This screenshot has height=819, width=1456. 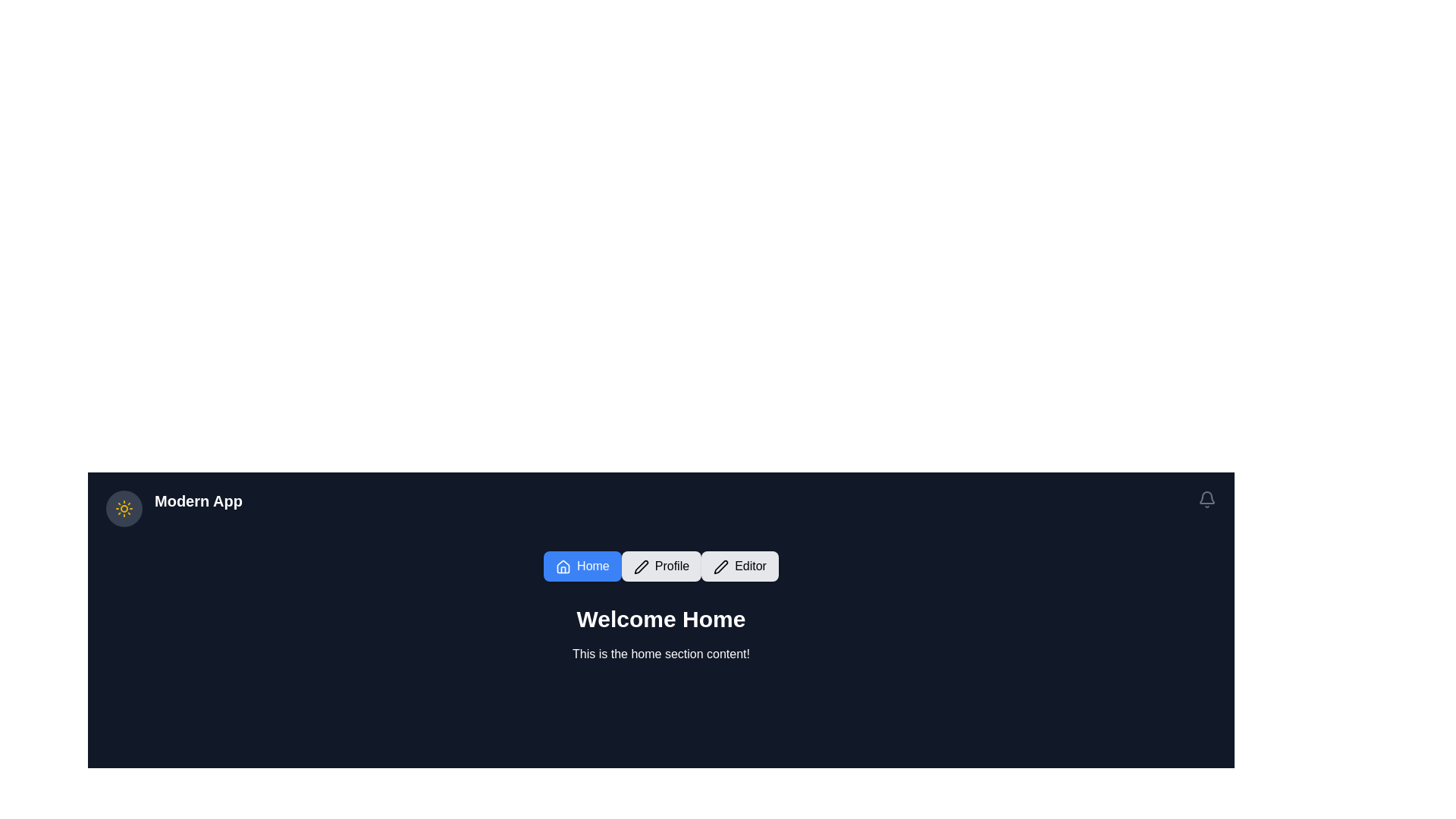 What do you see at coordinates (582, 566) in the screenshot?
I see `the 'Home' button, which is styled with rounded corners, a blue background, and white text` at bounding box center [582, 566].